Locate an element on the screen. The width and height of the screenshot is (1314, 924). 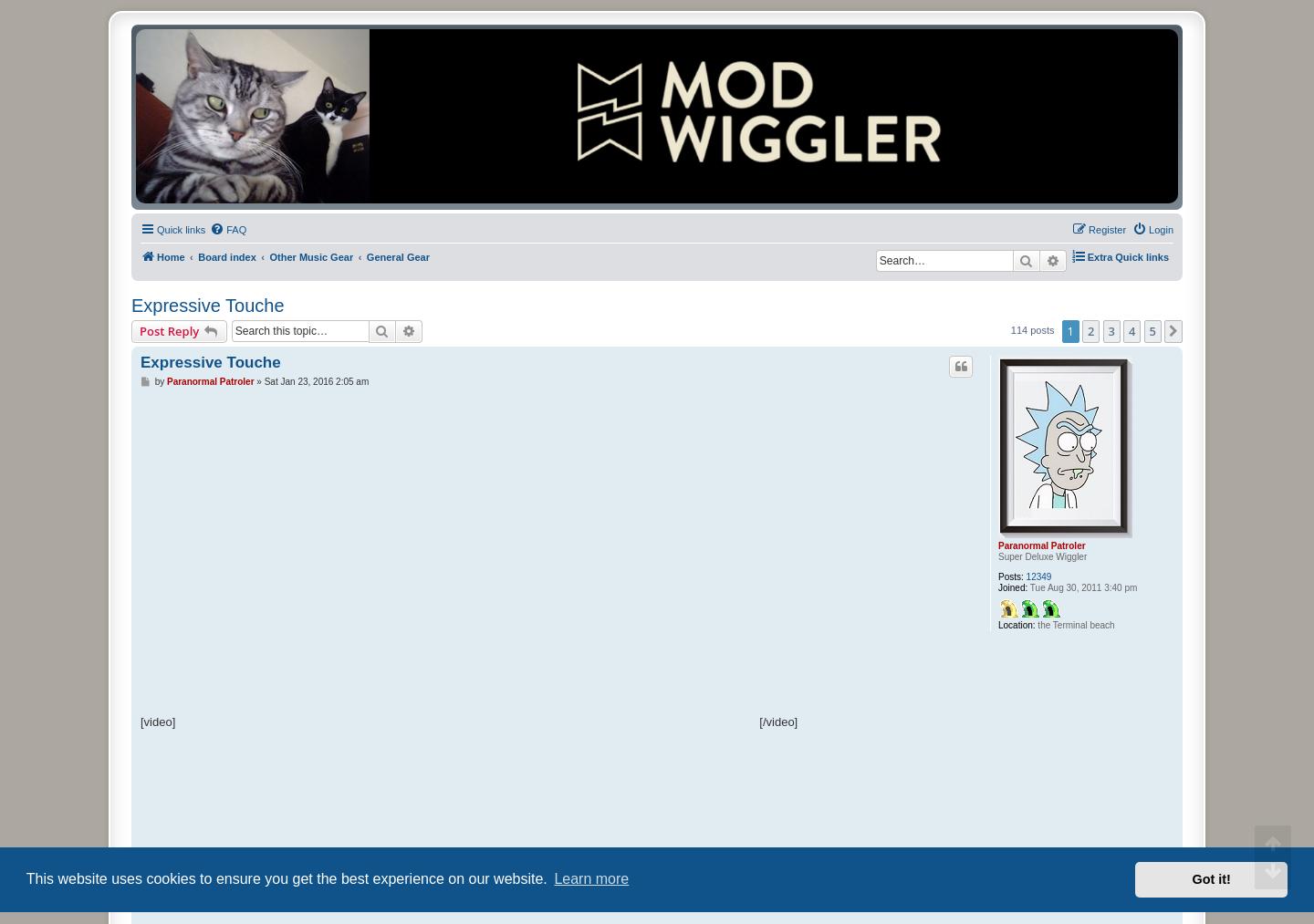
'Posts:' is located at coordinates (1009, 575).